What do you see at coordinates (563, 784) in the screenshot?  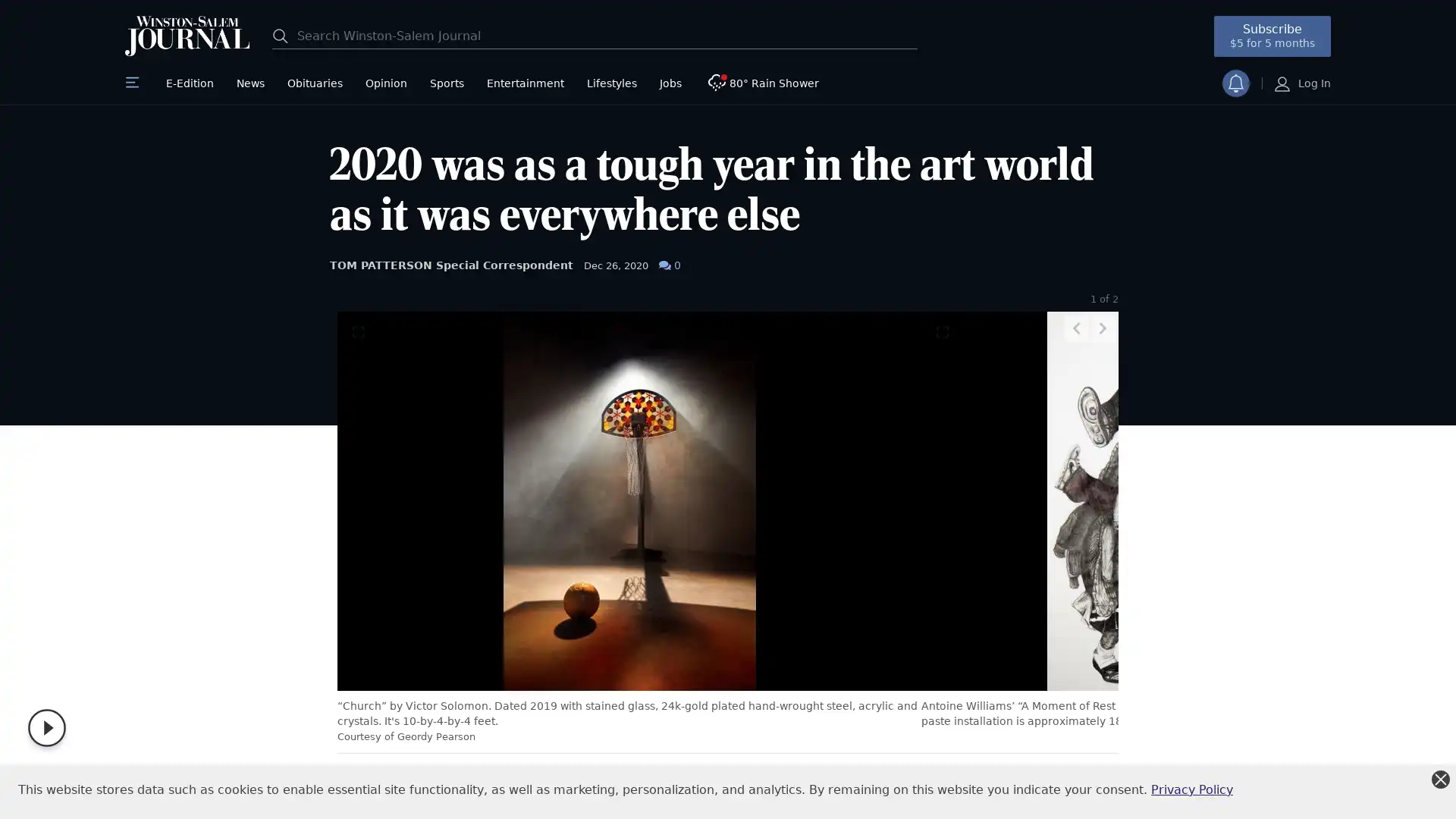 I see `Save` at bounding box center [563, 784].